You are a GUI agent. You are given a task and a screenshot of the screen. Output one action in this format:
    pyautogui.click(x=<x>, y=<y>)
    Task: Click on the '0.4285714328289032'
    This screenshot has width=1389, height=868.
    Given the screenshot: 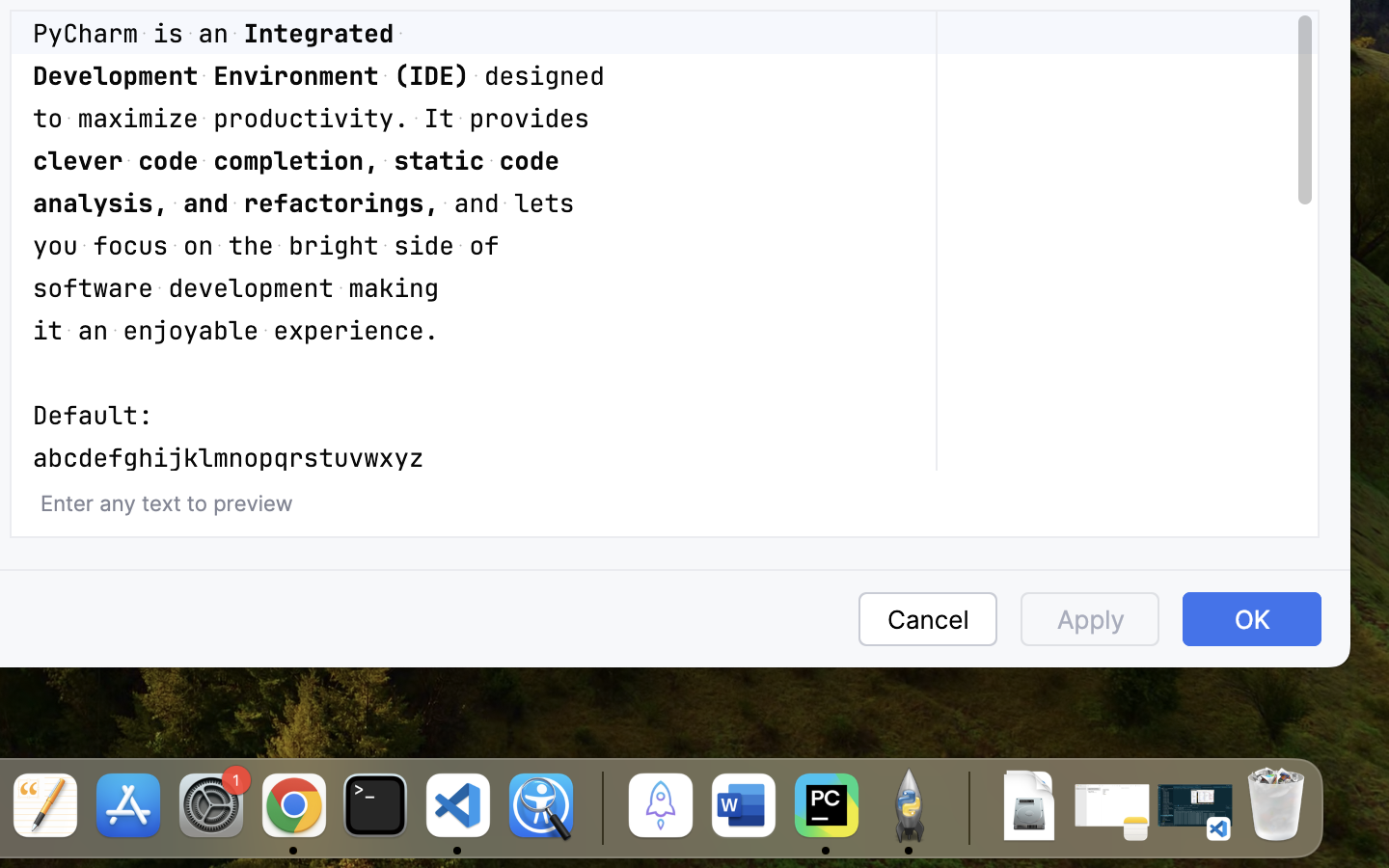 What is the action you would take?
    pyautogui.click(x=598, y=807)
    